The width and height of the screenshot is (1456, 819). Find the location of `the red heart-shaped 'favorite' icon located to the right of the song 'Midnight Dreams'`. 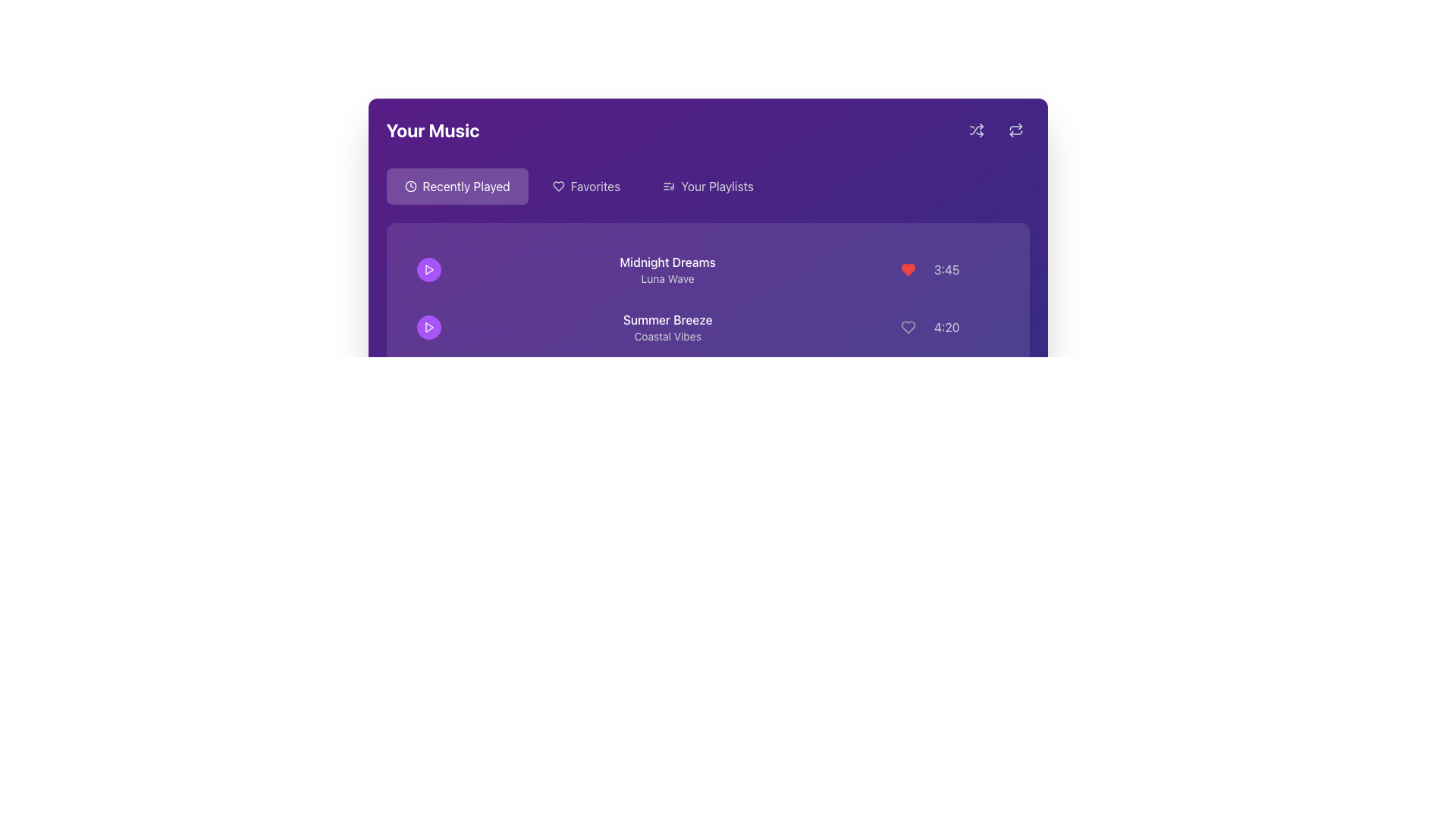

the red heart-shaped 'favorite' icon located to the right of the song 'Midnight Dreams' is located at coordinates (908, 268).